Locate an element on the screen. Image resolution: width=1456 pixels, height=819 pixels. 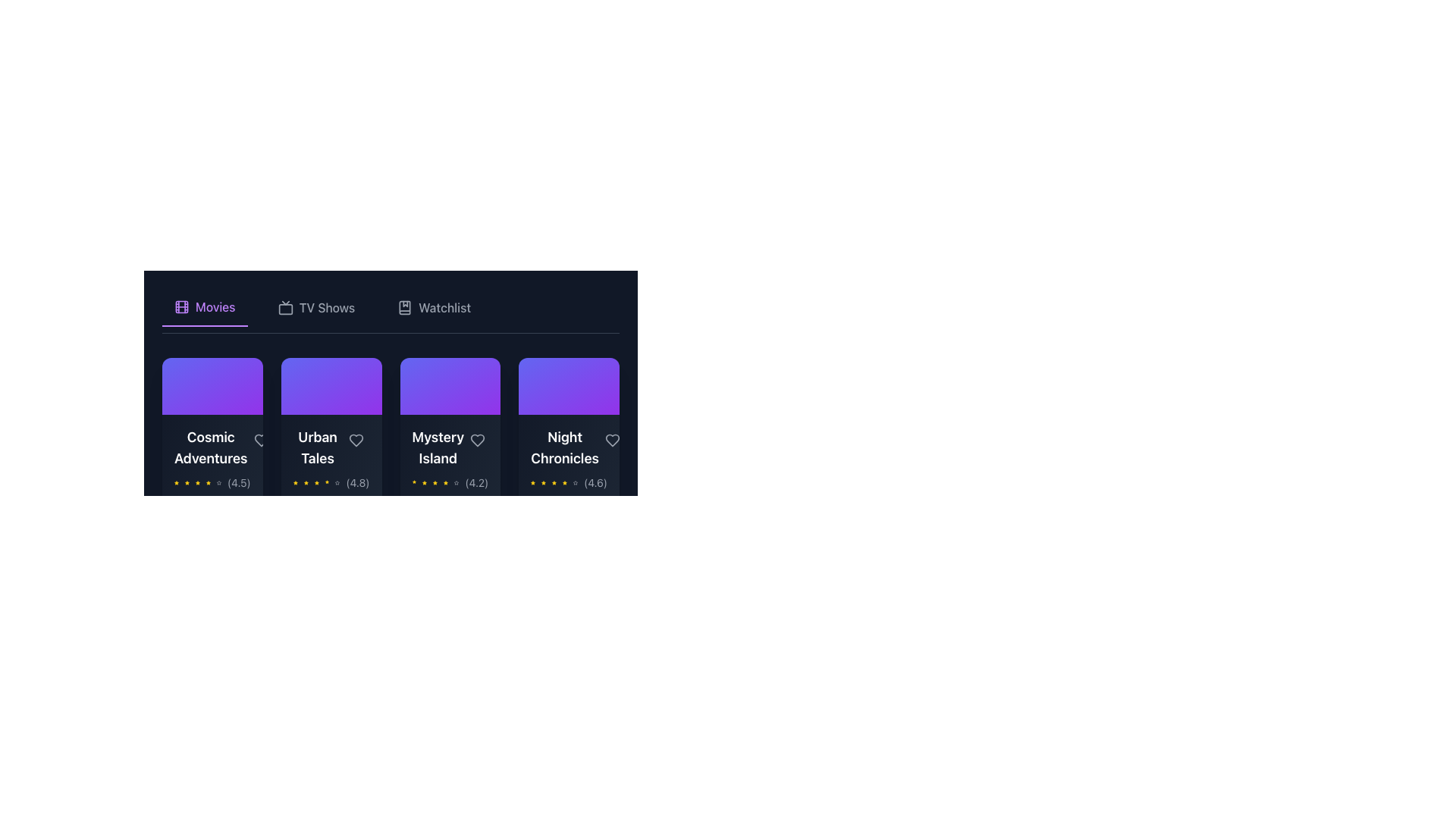
the second star icon in the rating system for 'Urban Tales', which is visually represented by a star and located directly below the title card is located at coordinates (305, 482).